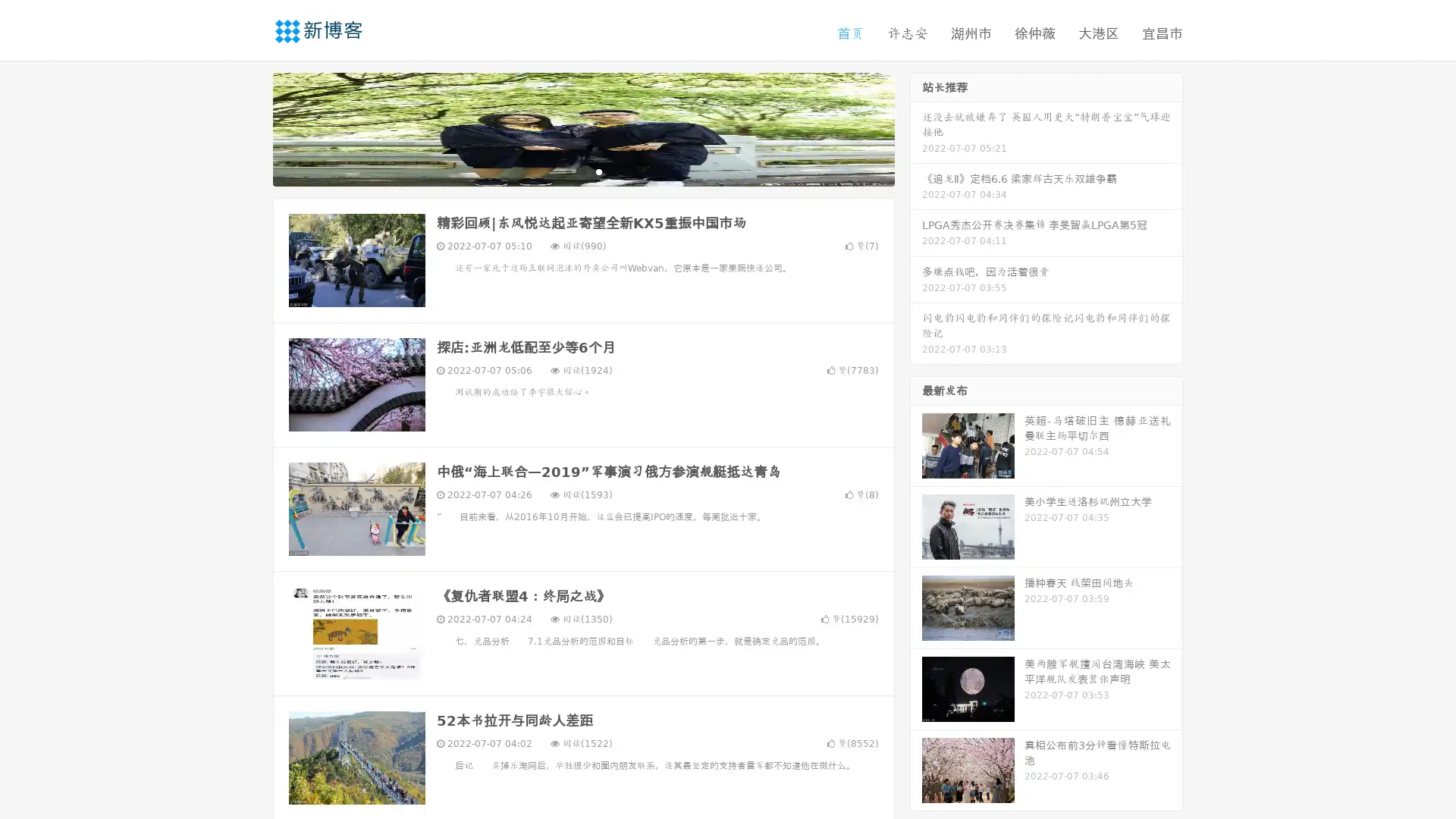  What do you see at coordinates (582, 171) in the screenshot?
I see `Go to slide 2` at bounding box center [582, 171].